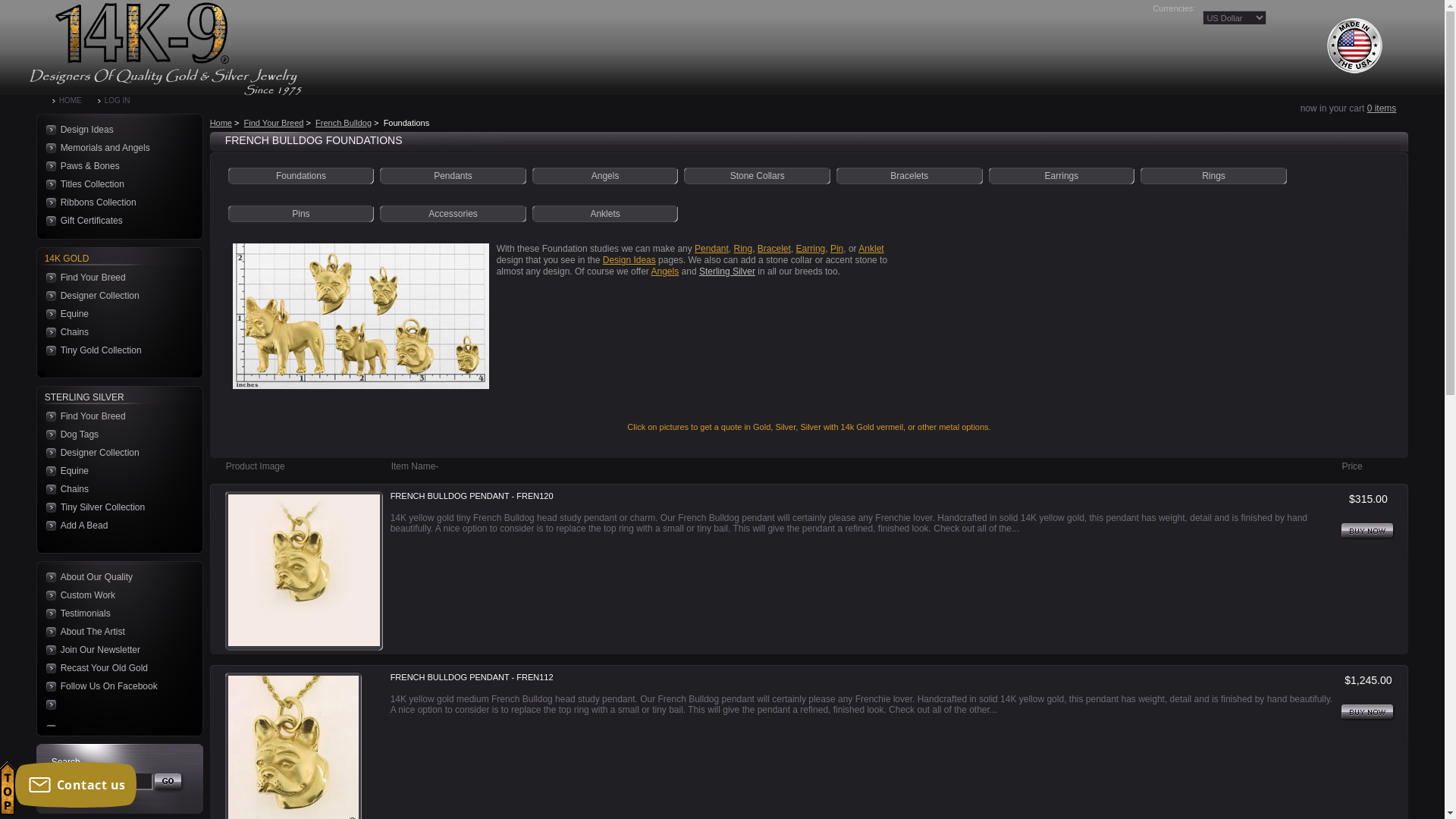 This screenshot has width=1456, height=819. Describe the element at coordinates (43, 470) in the screenshot. I see `'Equine'` at that location.